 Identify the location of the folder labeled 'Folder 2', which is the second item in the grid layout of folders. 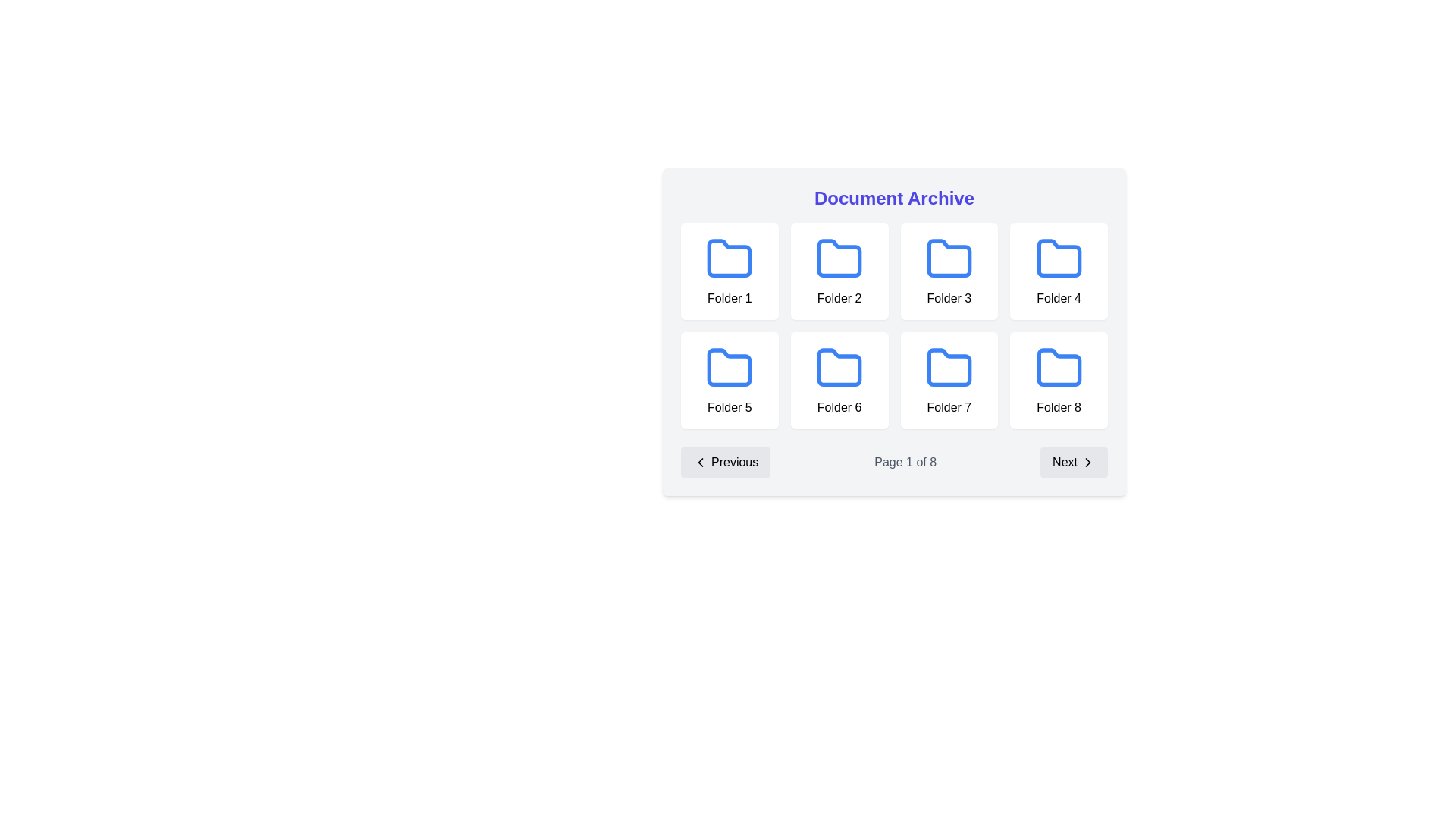
(839, 271).